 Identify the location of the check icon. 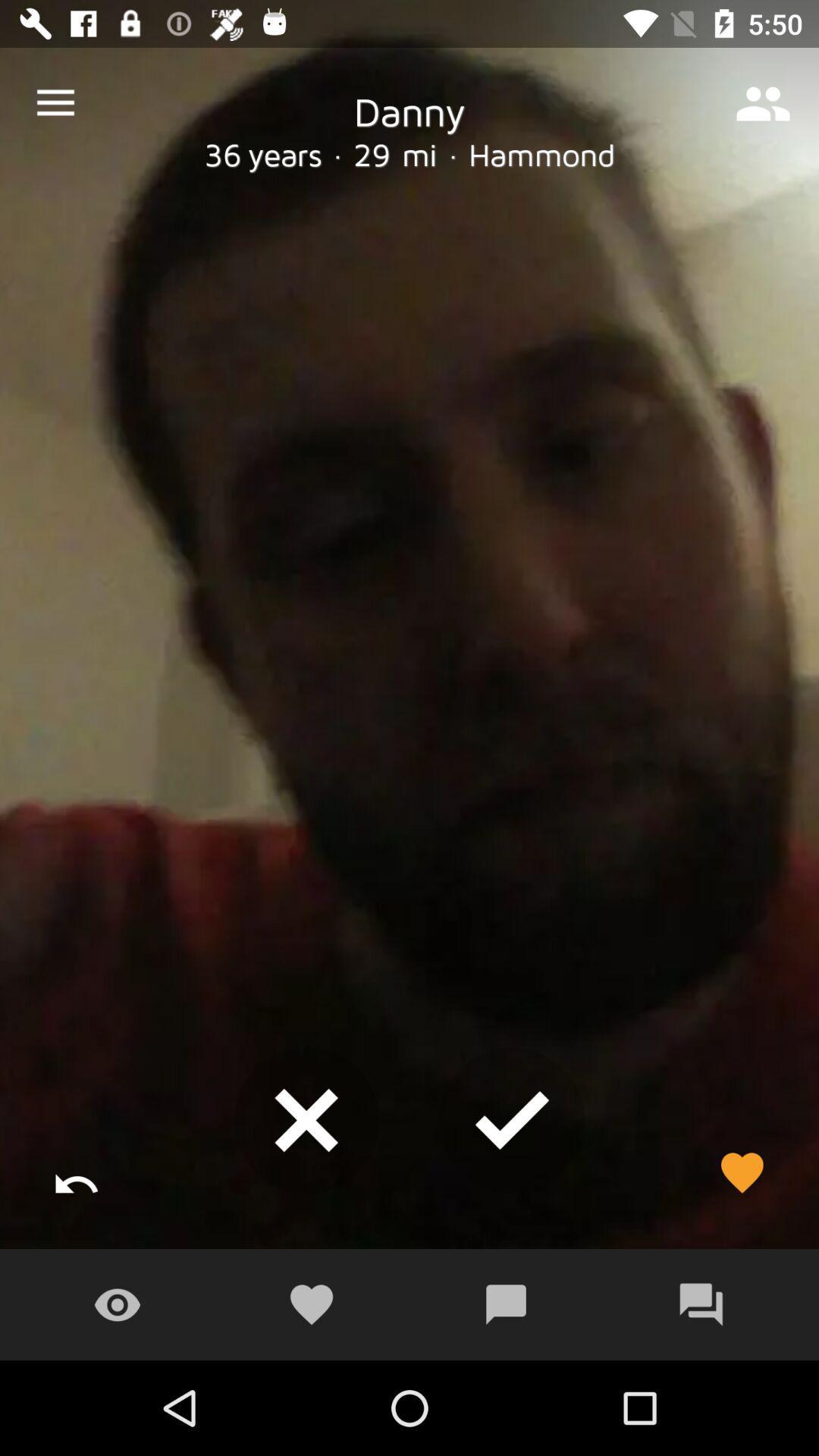
(512, 1120).